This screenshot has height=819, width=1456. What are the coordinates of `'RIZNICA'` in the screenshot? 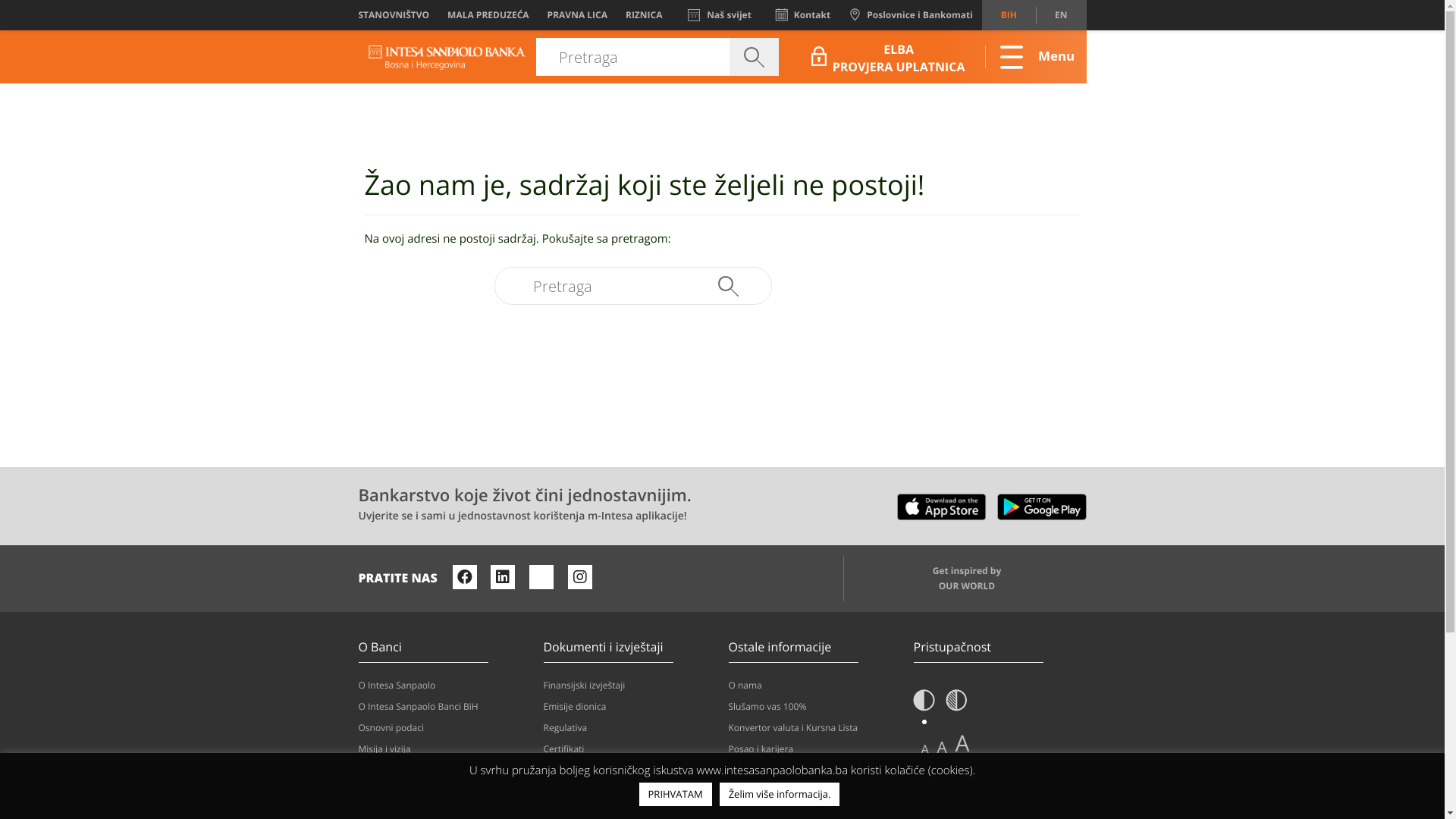 It's located at (644, 14).